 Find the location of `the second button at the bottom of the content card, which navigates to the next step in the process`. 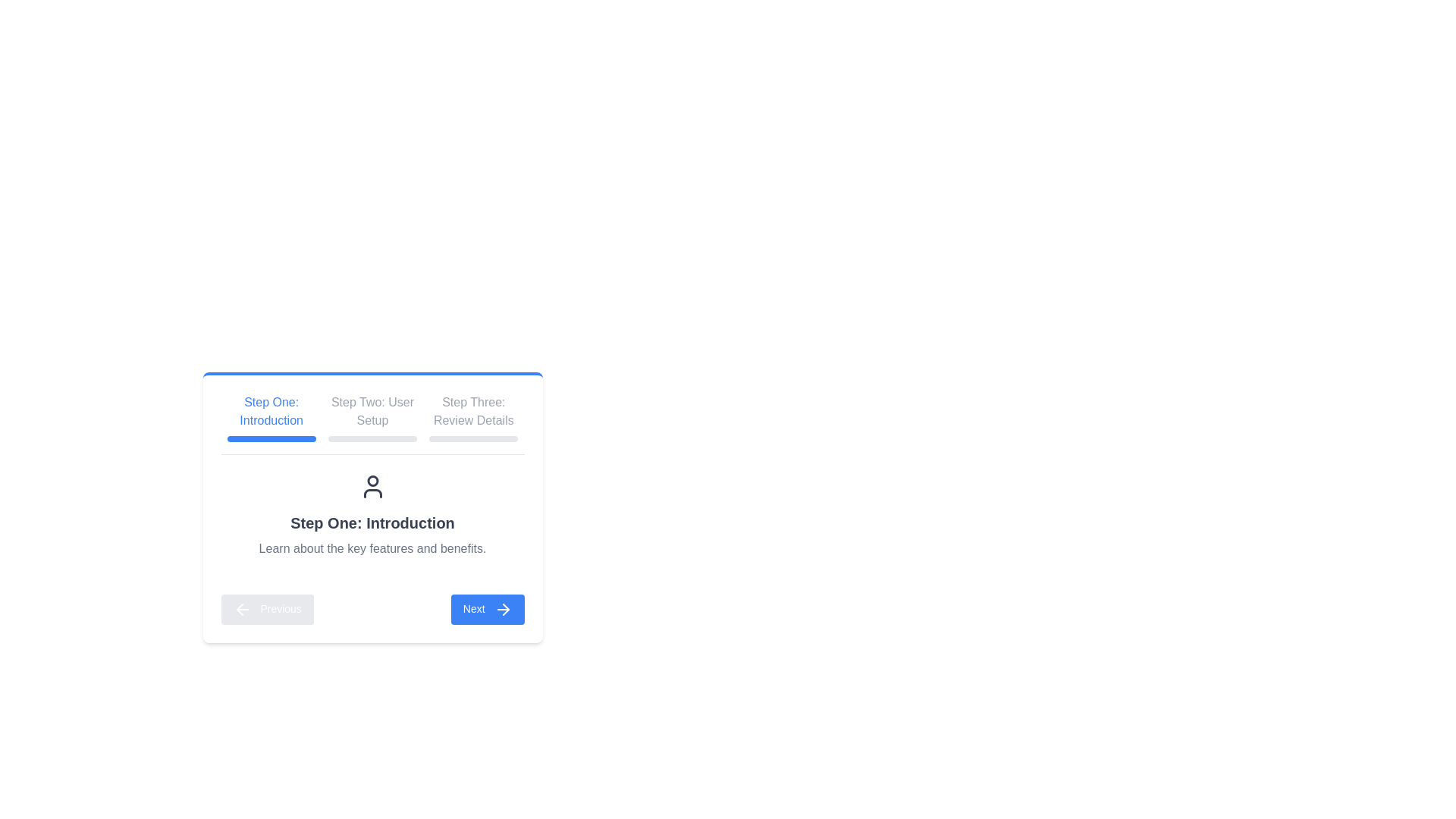

the second button at the bottom of the content card, which navigates to the next step in the process is located at coordinates (488, 608).